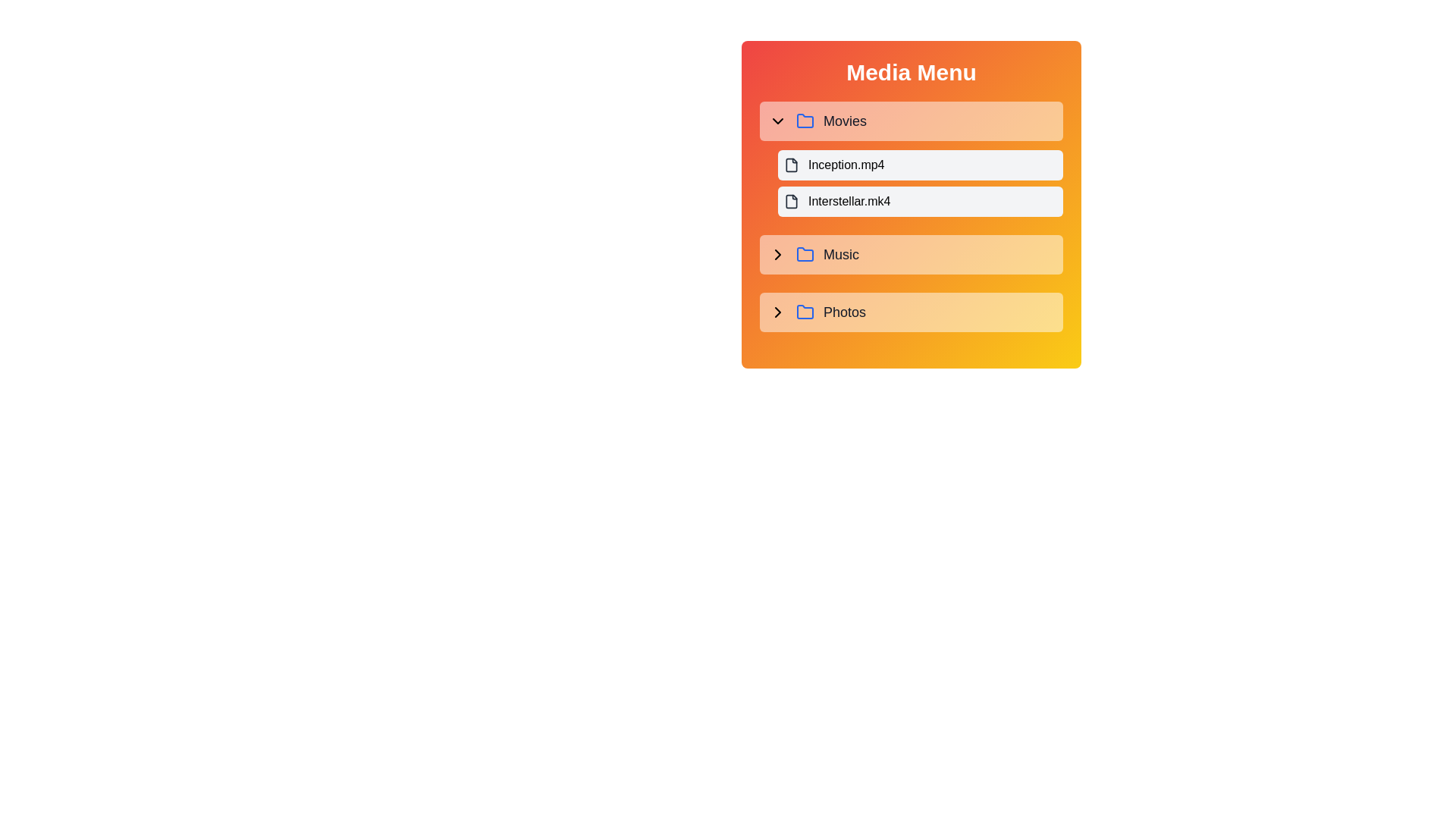 The width and height of the screenshot is (1456, 819). What do you see at coordinates (778, 253) in the screenshot?
I see `the chevron icon located to the left of the 'Music' text` at bounding box center [778, 253].